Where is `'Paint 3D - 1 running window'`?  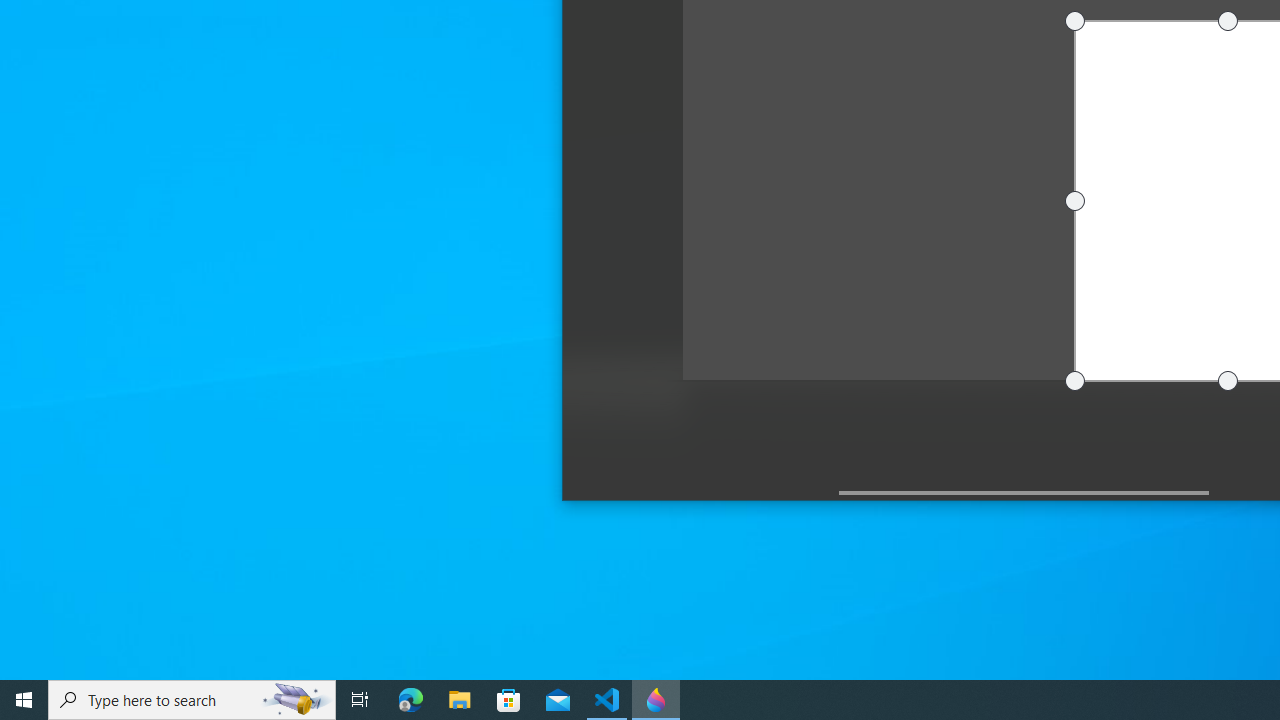
'Paint 3D - 1 running window' is located at coordinates (656, 698).